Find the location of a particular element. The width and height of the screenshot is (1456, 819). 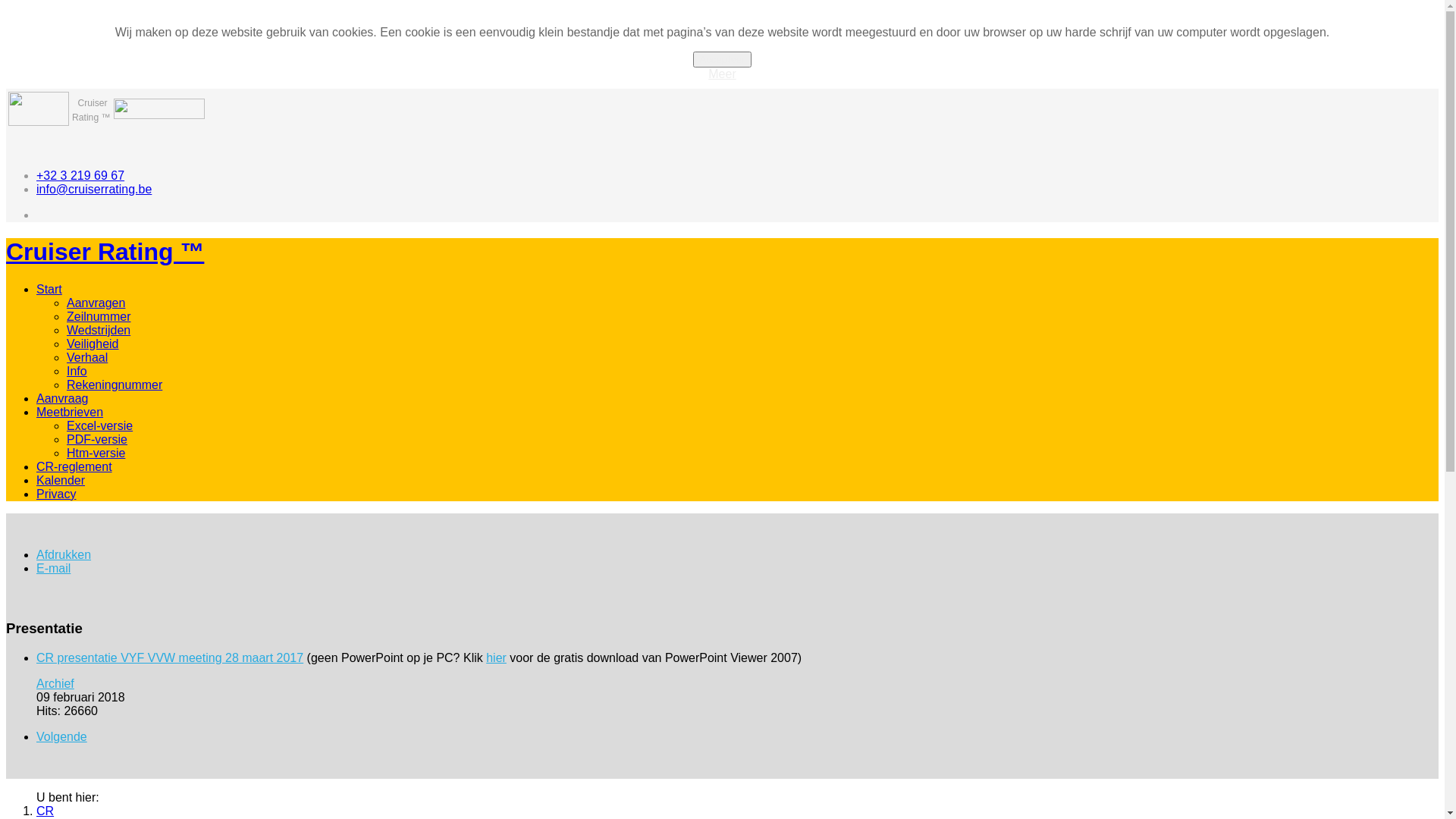

'CR-reglement' is located at coordinates (73, 466).